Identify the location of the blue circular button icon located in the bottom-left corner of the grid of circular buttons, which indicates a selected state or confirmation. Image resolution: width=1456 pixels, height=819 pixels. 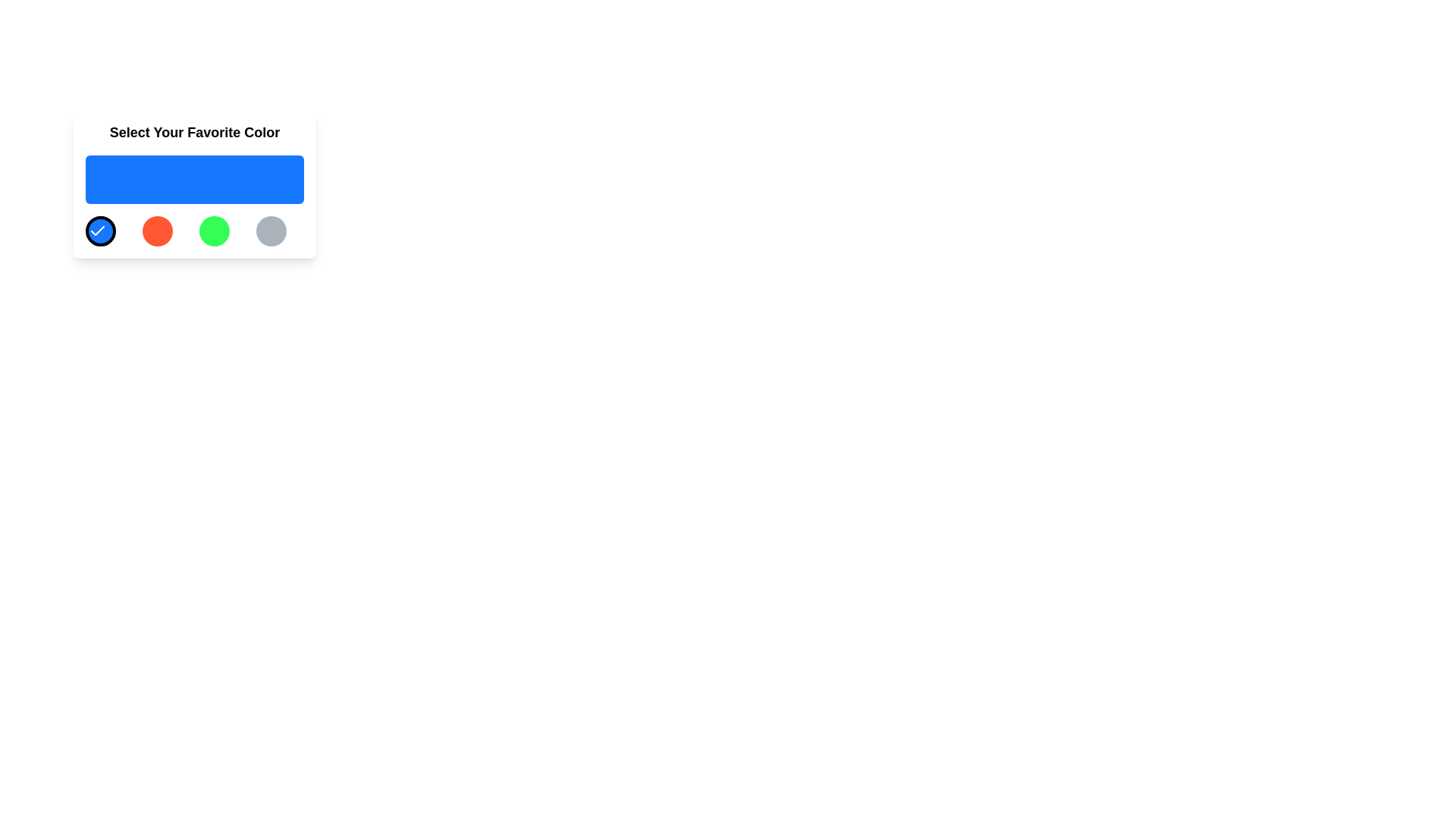
(97, 231).